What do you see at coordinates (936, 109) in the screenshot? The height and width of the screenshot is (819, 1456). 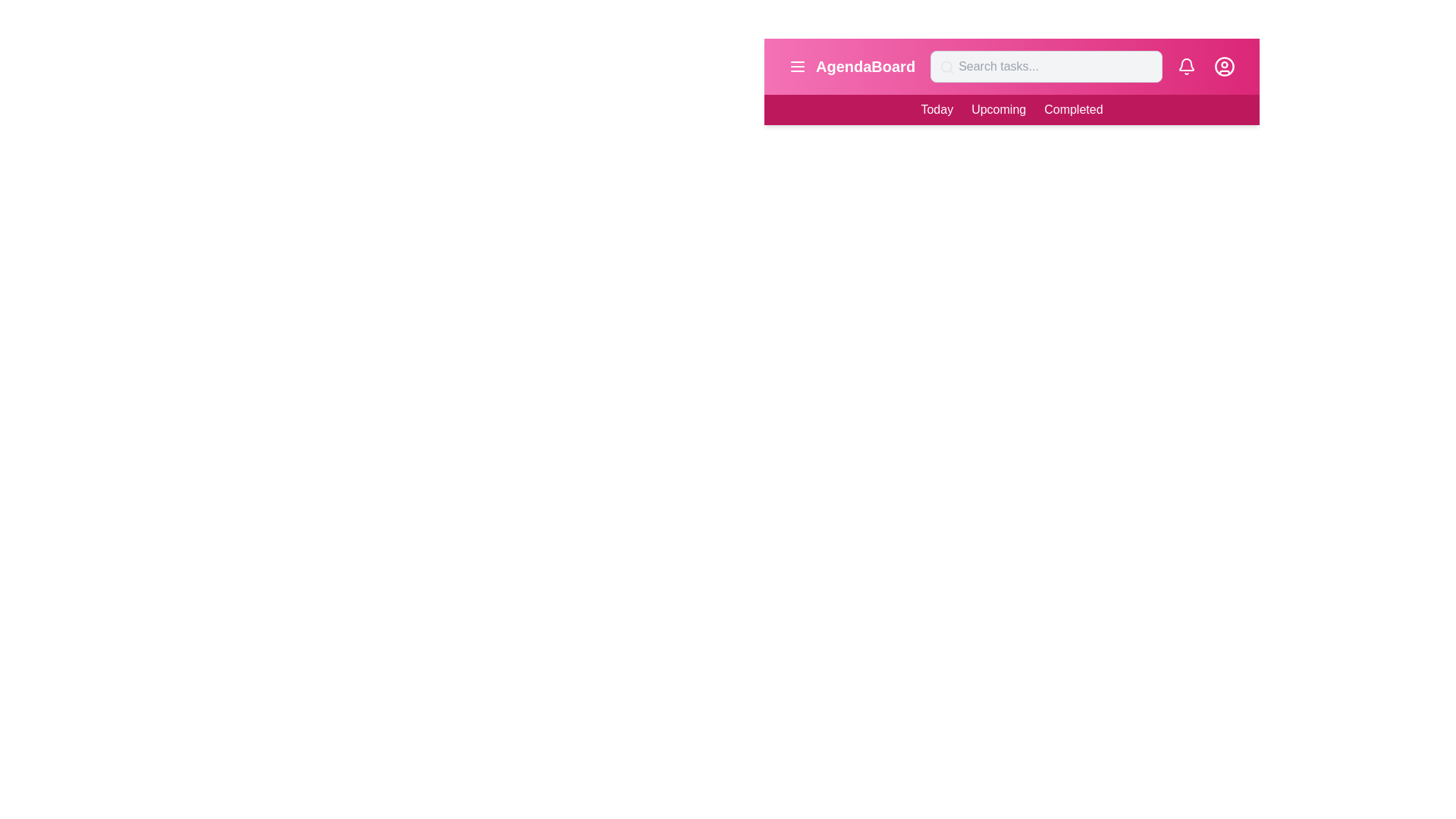 I see `the 'Today' menu item in the navigation bar` at bounding box center [936, 109].